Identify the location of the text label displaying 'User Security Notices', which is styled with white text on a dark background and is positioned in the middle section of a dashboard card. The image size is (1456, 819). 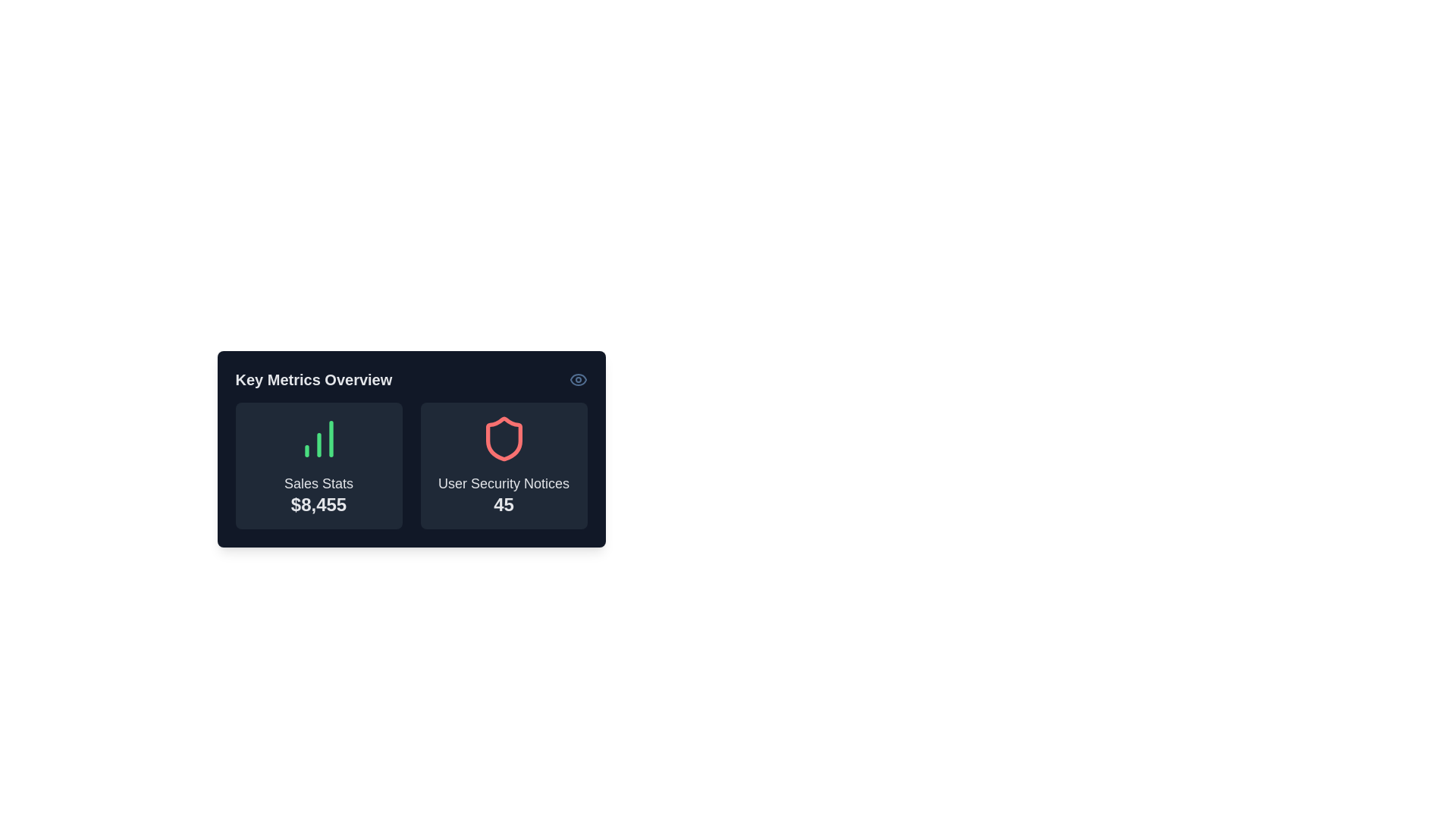
(504, 484).